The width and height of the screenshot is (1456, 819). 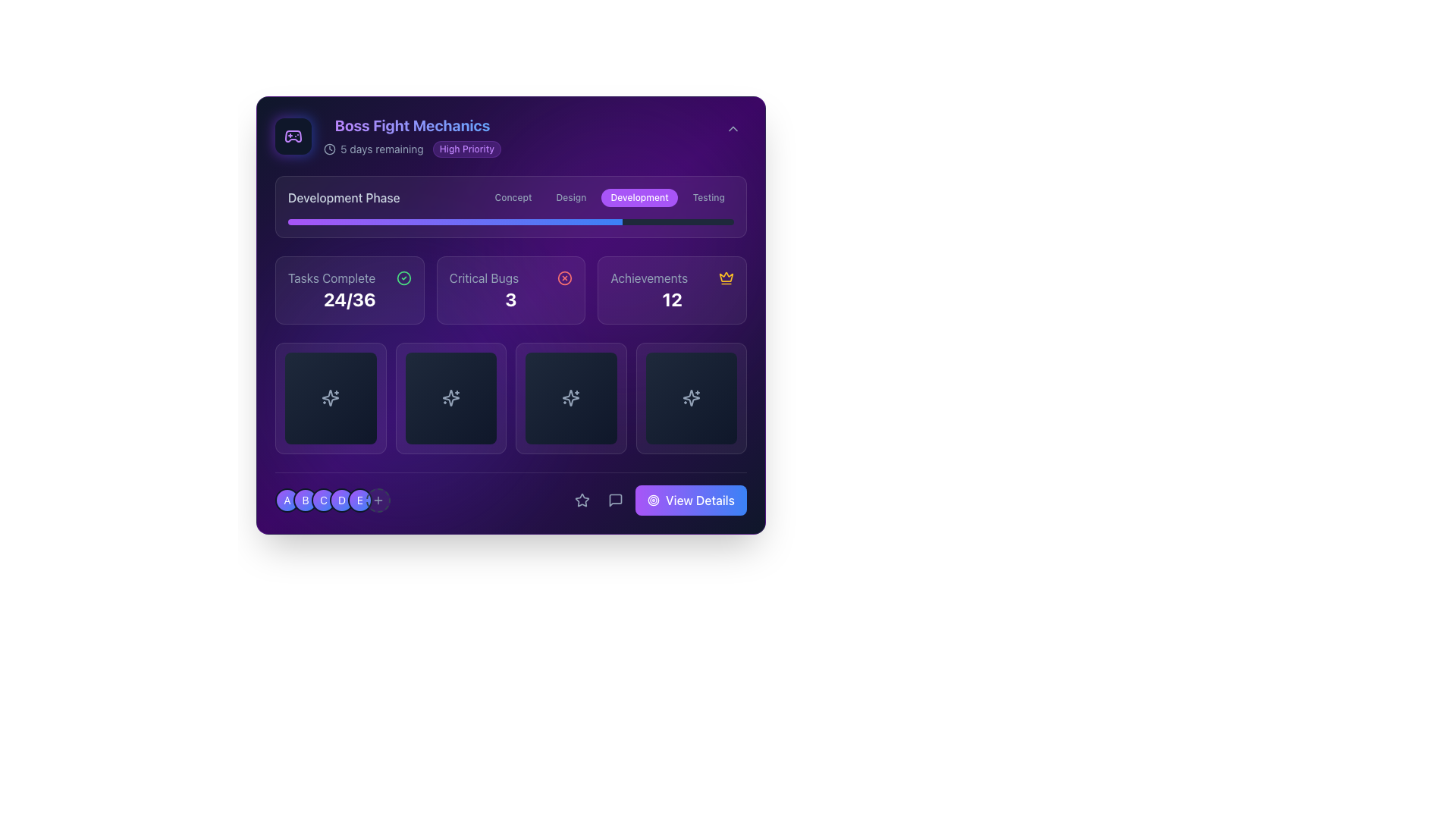 I want to click on the sparkle icon card, which is a square card with rounded corners, located in the second column of a four-column grid layout, in the third row of the main content section, so click(x=450, y=397).